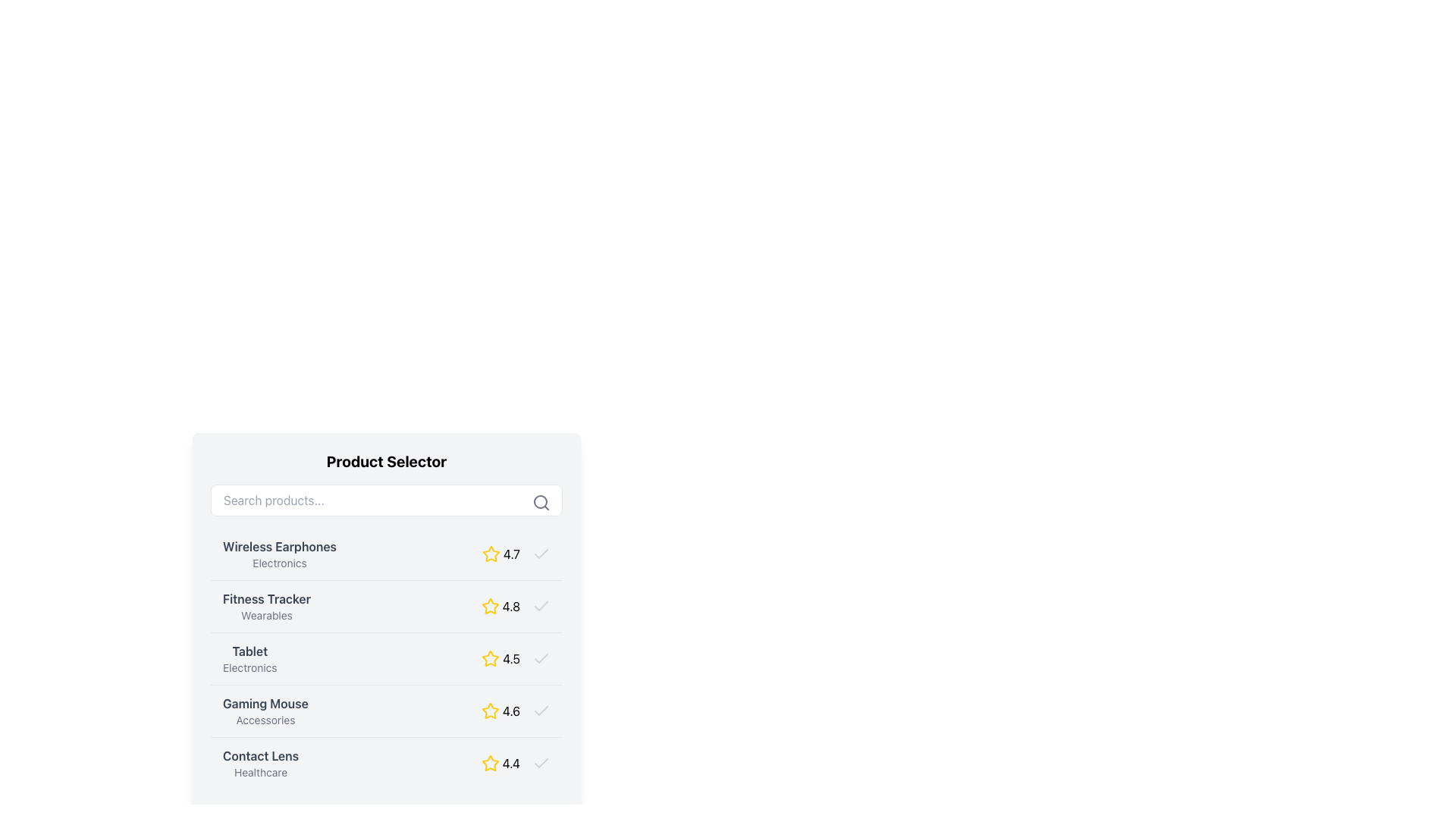  What do you see at coordinates (490, 605) in the screenshot?
I see `the visual representation of the yellow star icon indicating the rating for the 'Fitness Tracker' product, located next to the rating value '4.8'` at bounding box center [490, 605].